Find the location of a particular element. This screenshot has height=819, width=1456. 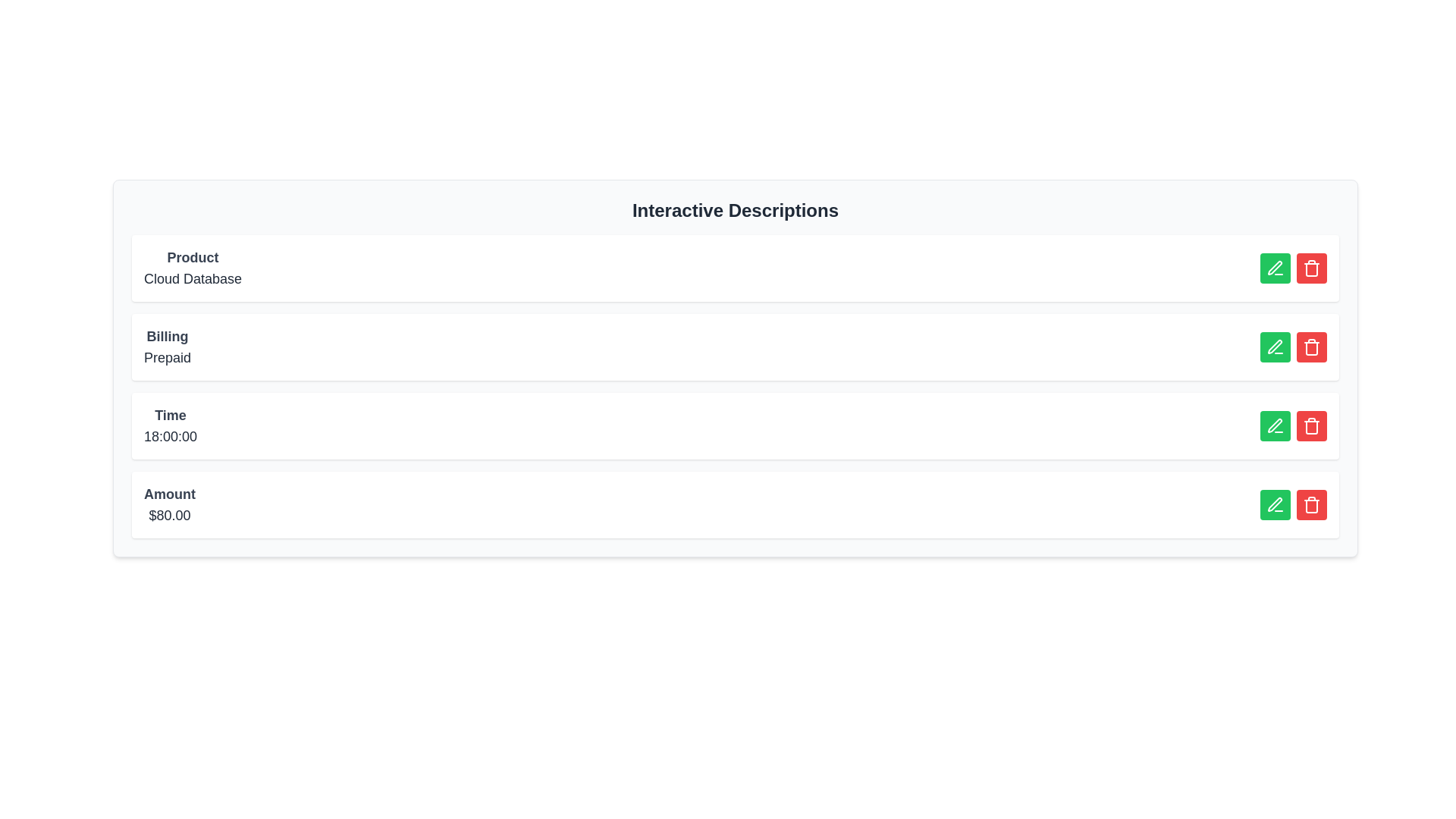

the red rectangular button with a white trash-bin icon located on the right side of the action bar is located at coordinates (1310, 347).